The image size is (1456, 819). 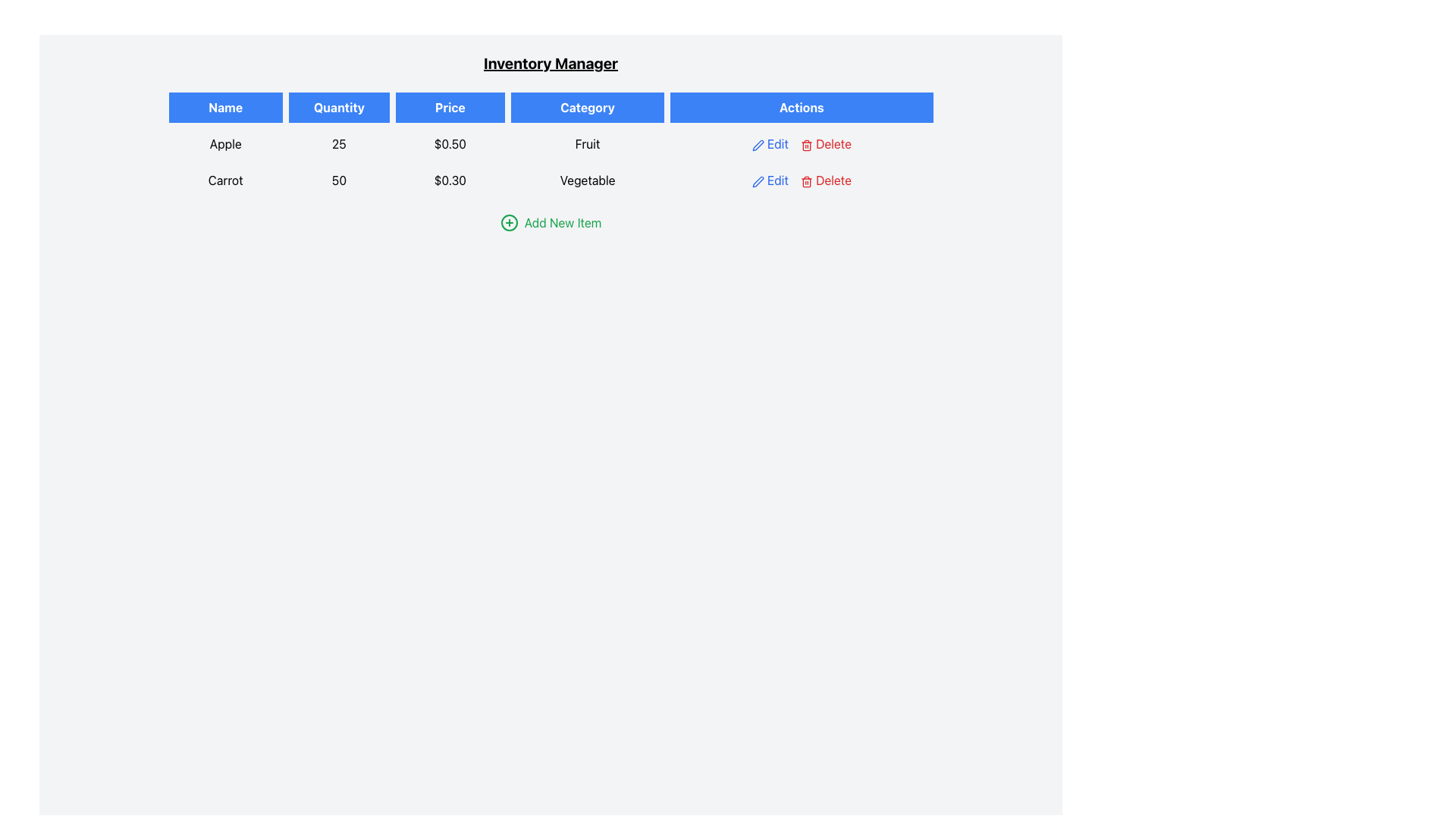 I want to click on the Text Display element that shows the quantity of 'Apple' in the 'Quantity' column of the inventory management system, so click(x=338, y=143).